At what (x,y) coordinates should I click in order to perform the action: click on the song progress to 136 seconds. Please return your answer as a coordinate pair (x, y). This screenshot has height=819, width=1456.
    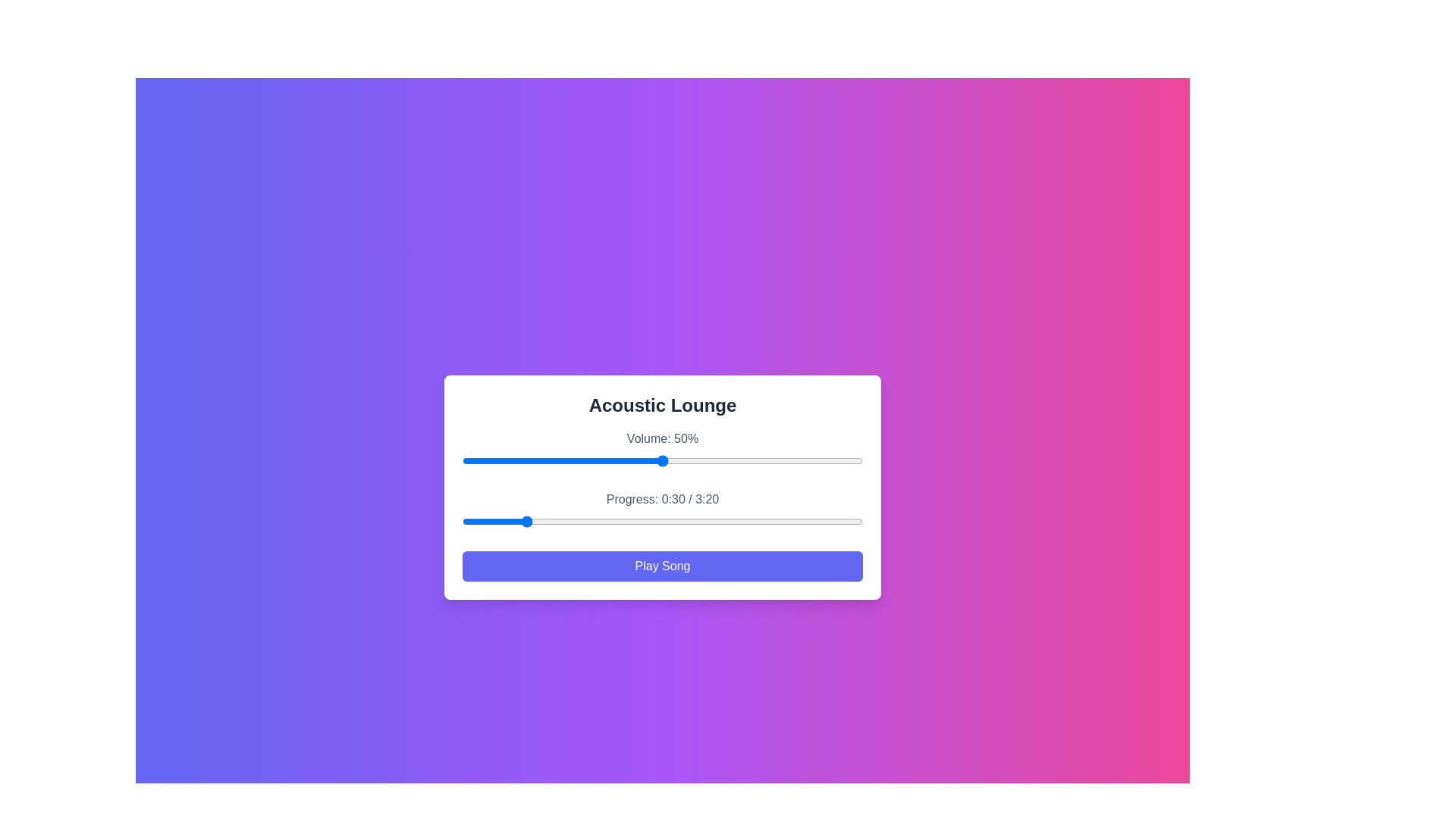
    Looking at the image, I should click on (735, 520).